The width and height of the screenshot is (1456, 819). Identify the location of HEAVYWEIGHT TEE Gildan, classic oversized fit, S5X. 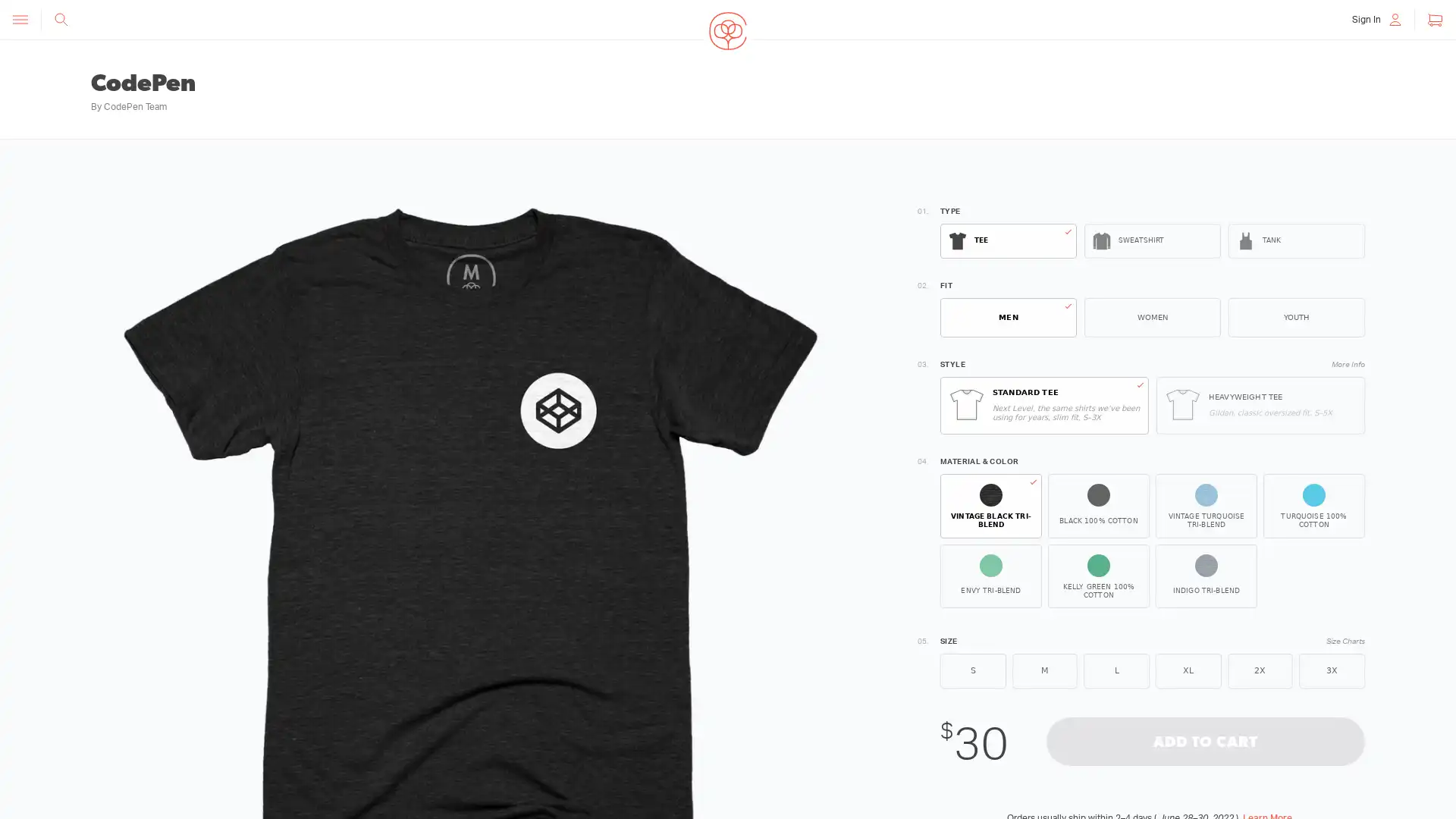
(1260, 405).